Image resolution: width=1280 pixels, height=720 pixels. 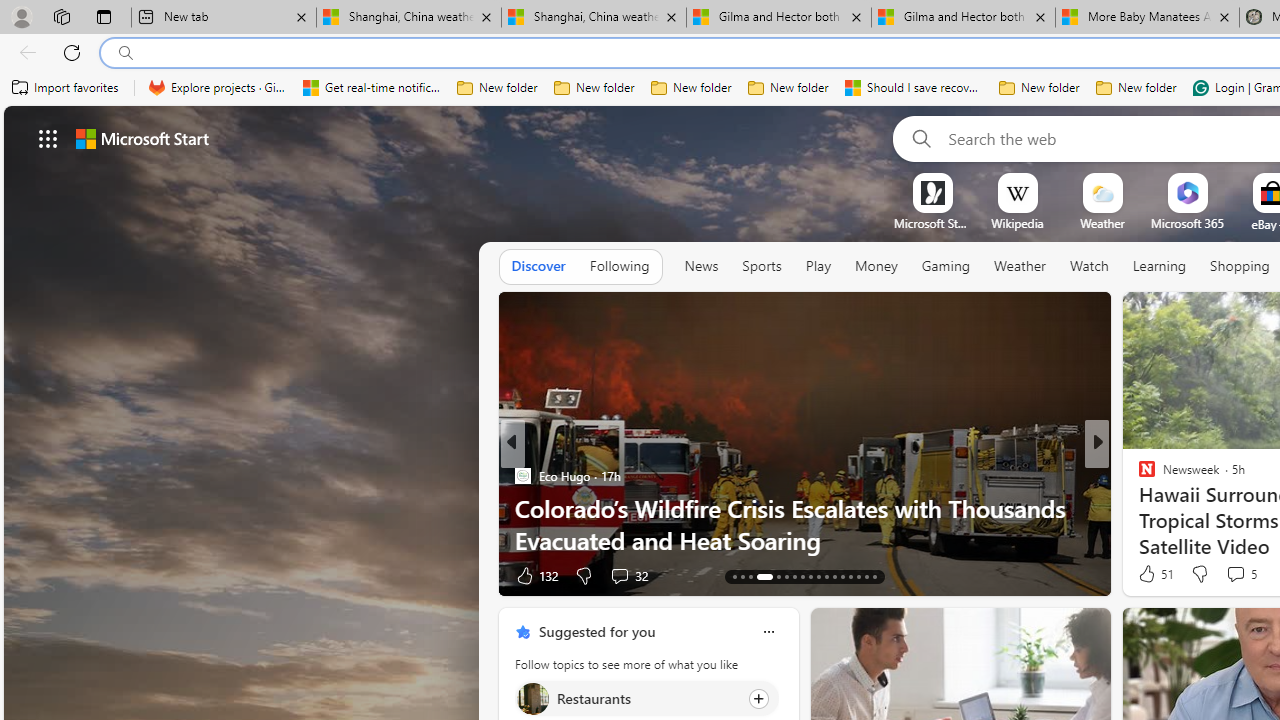 What do you see at coordinates (1145, 575) in the screenshot?
I see `'9 Like'` at bounding box center [1145, 575].